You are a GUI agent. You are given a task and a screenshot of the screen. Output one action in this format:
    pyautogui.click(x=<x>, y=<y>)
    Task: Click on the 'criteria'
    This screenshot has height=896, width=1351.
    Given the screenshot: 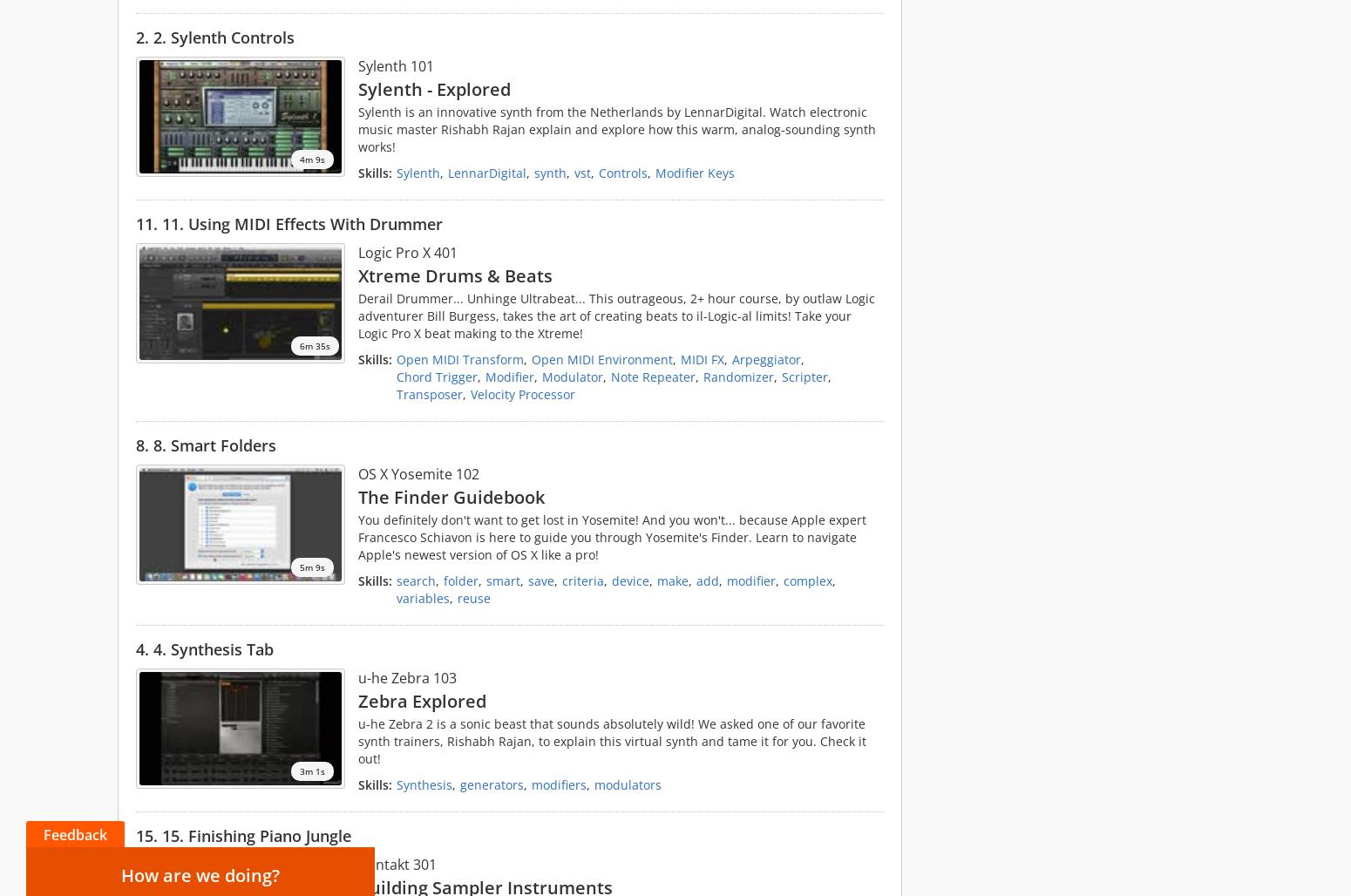 What is the action you would take?
    pyautogui.click(x=581, y=580)
    